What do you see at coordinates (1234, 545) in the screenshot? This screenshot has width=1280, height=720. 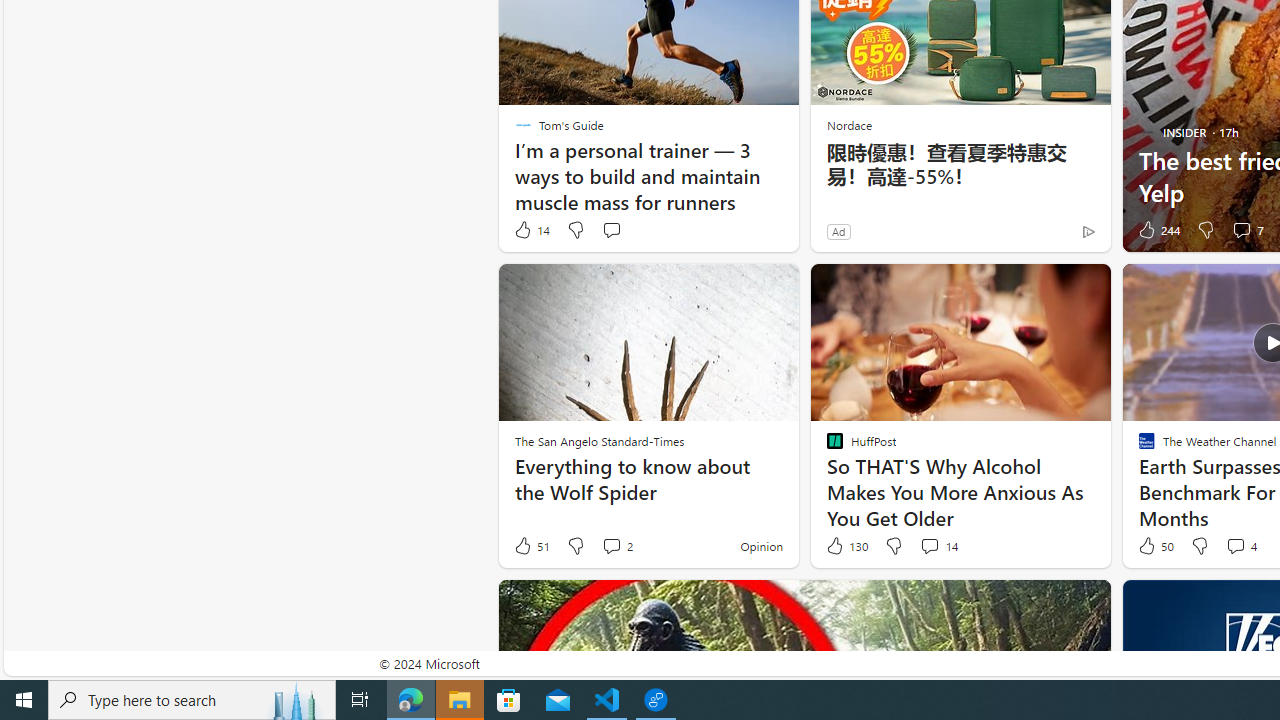 I see `'View comments 4 Comment'` at bounding box center [1234, 545].